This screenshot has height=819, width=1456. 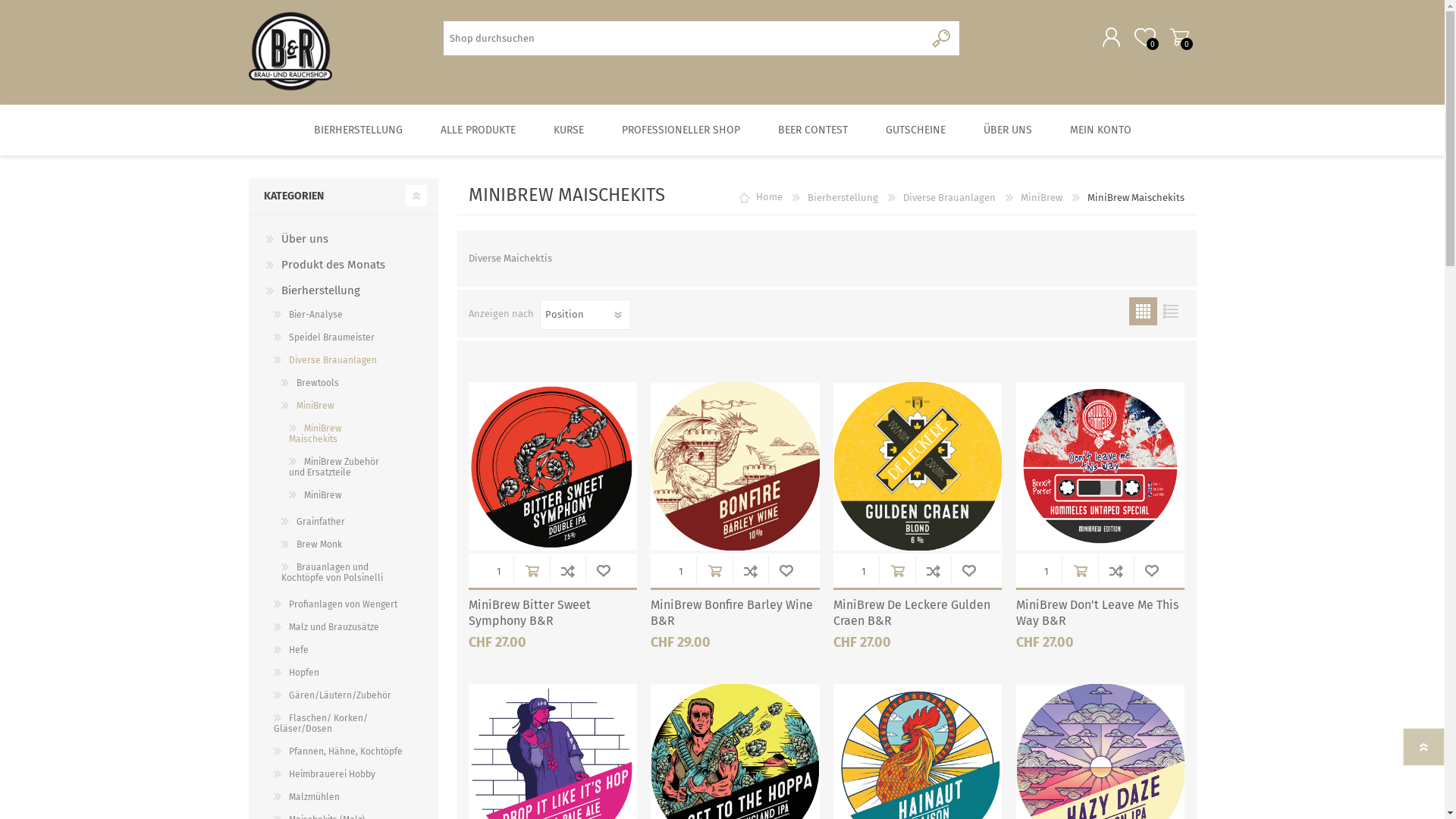 What do you see at coordinates (769, 196) in the screenshot?
I see `'Home'` at bounding box center [769, 196].